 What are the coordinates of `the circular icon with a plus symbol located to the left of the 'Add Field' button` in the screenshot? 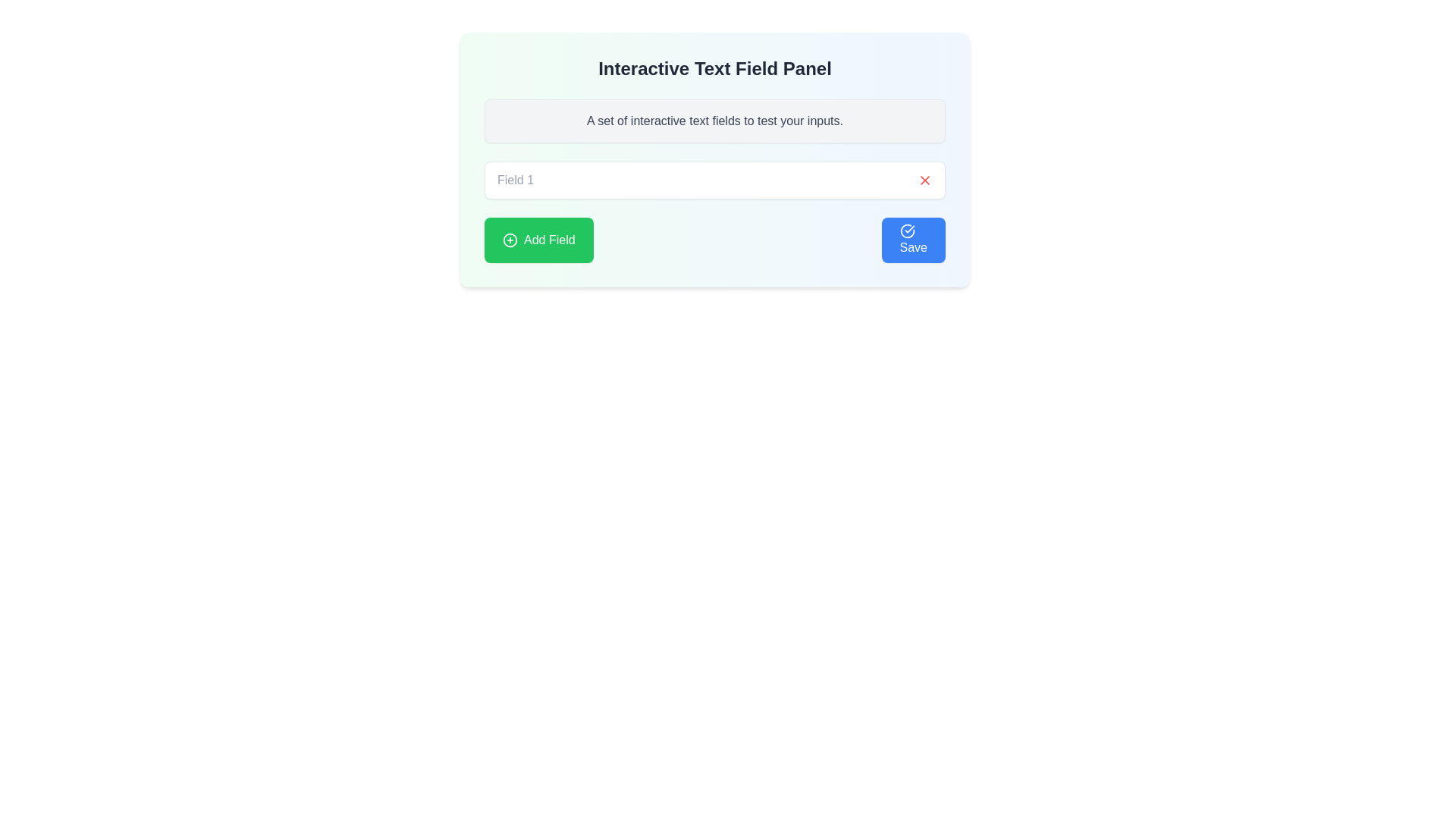 It's located at (510, 239).